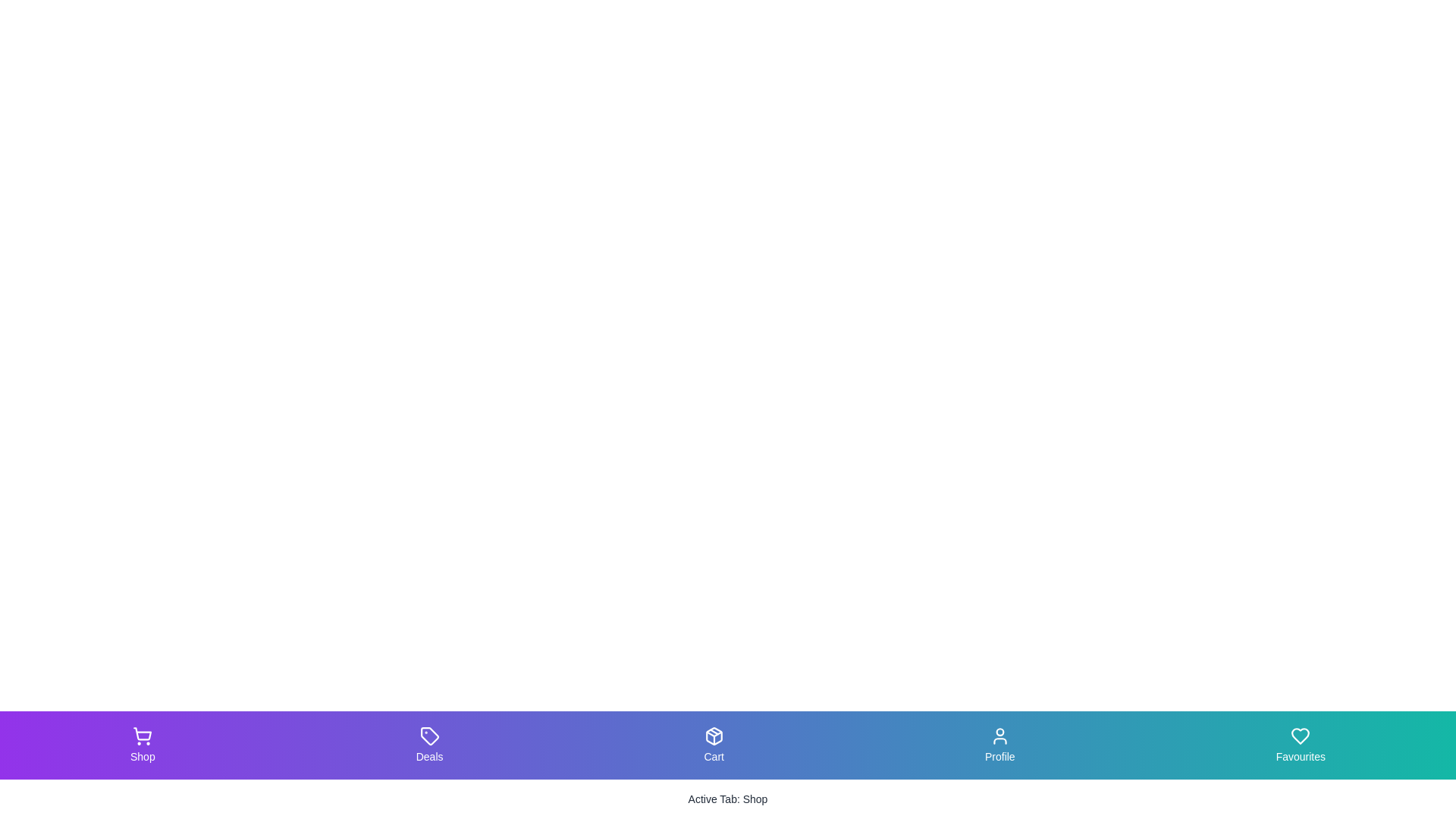 This screenshot has width=1456, height=819. I want to click on the Cart tab in the bottom navigation bar to navigate to its respective section, so click(712, 745).